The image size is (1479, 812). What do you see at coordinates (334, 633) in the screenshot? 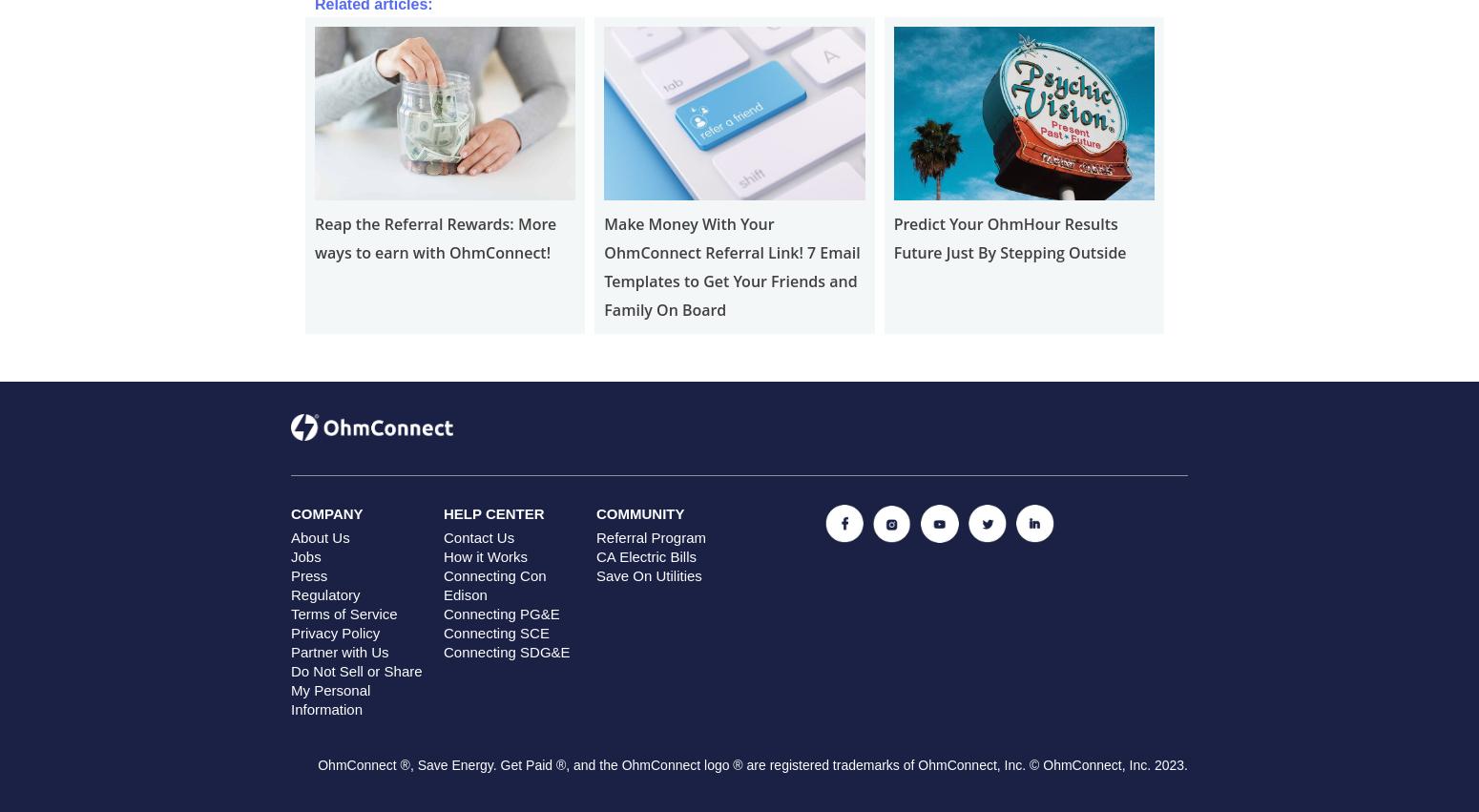
I see `'Privacy Policy'` at bounding box center [334, 633].